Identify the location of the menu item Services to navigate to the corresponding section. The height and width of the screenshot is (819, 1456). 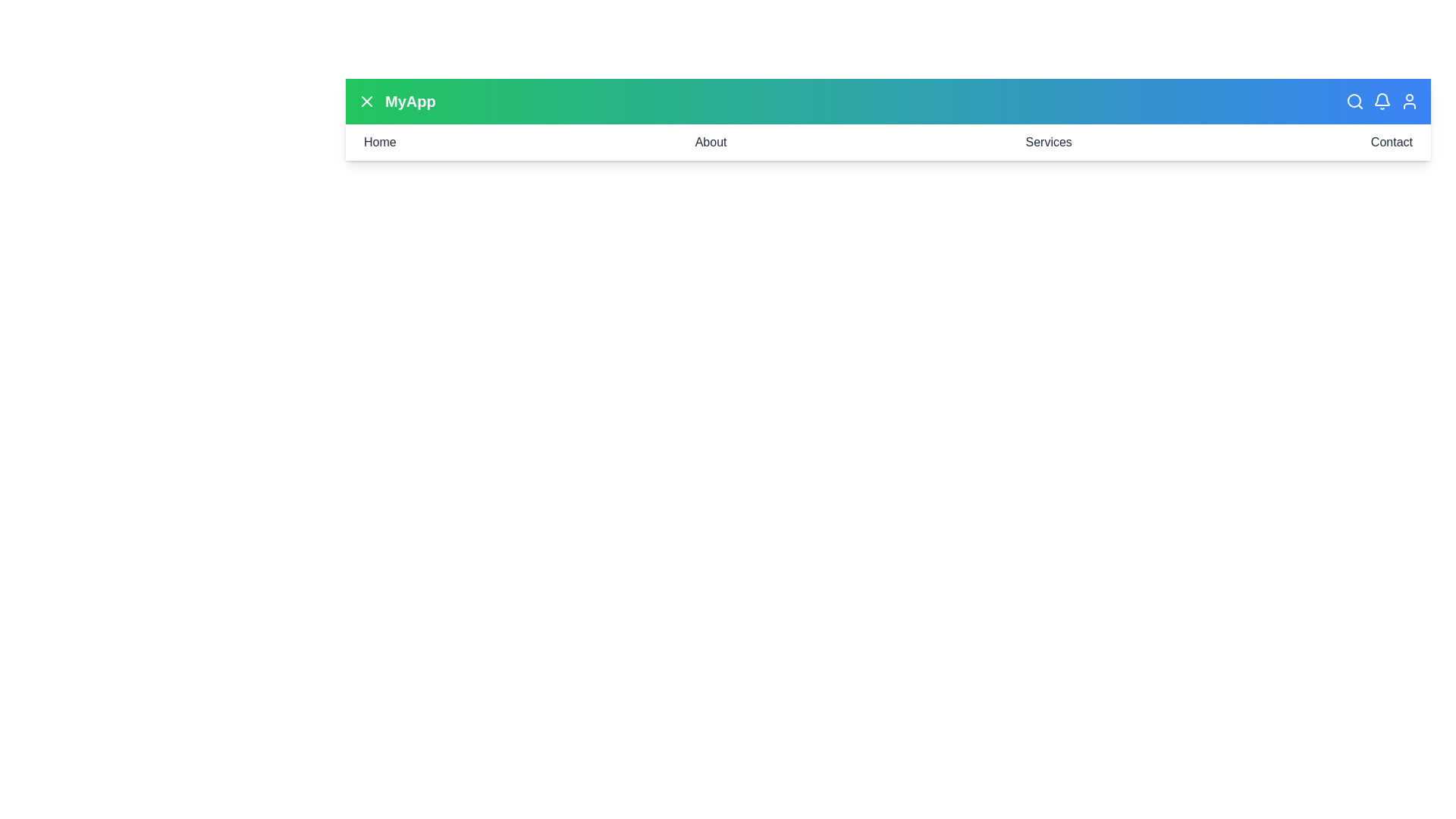
(1047, 143).